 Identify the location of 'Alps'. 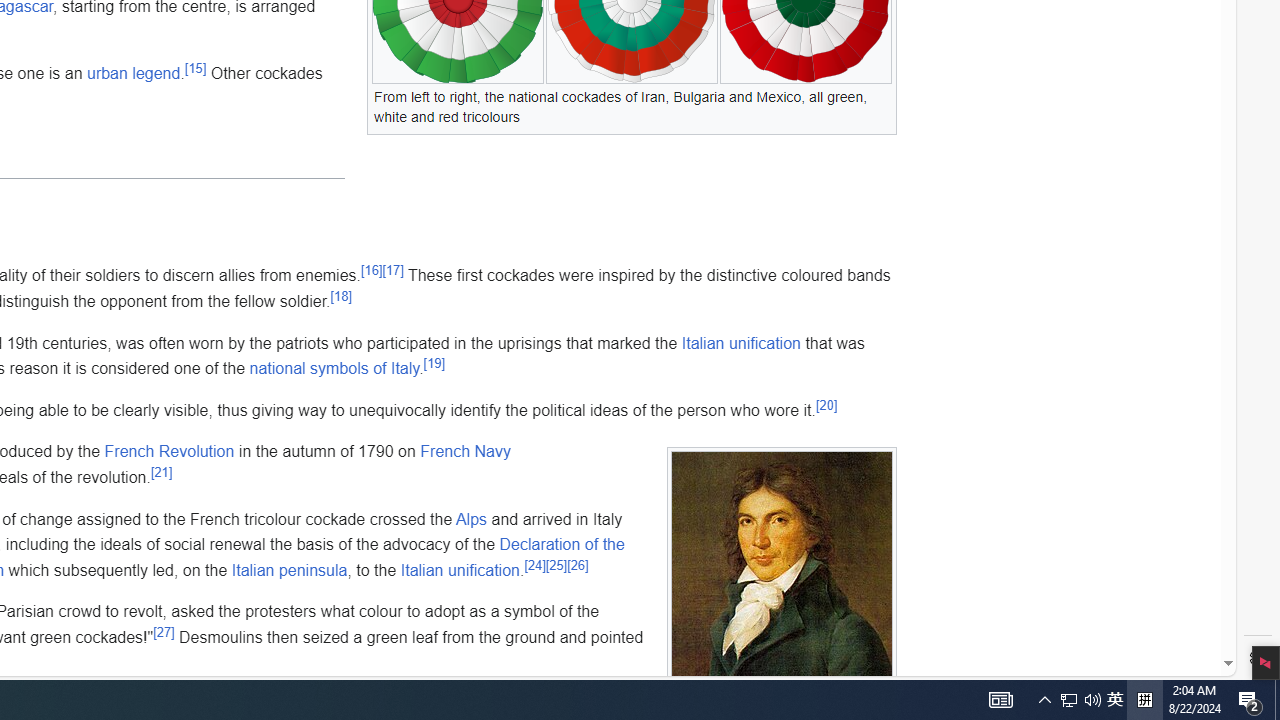
(470, 517).